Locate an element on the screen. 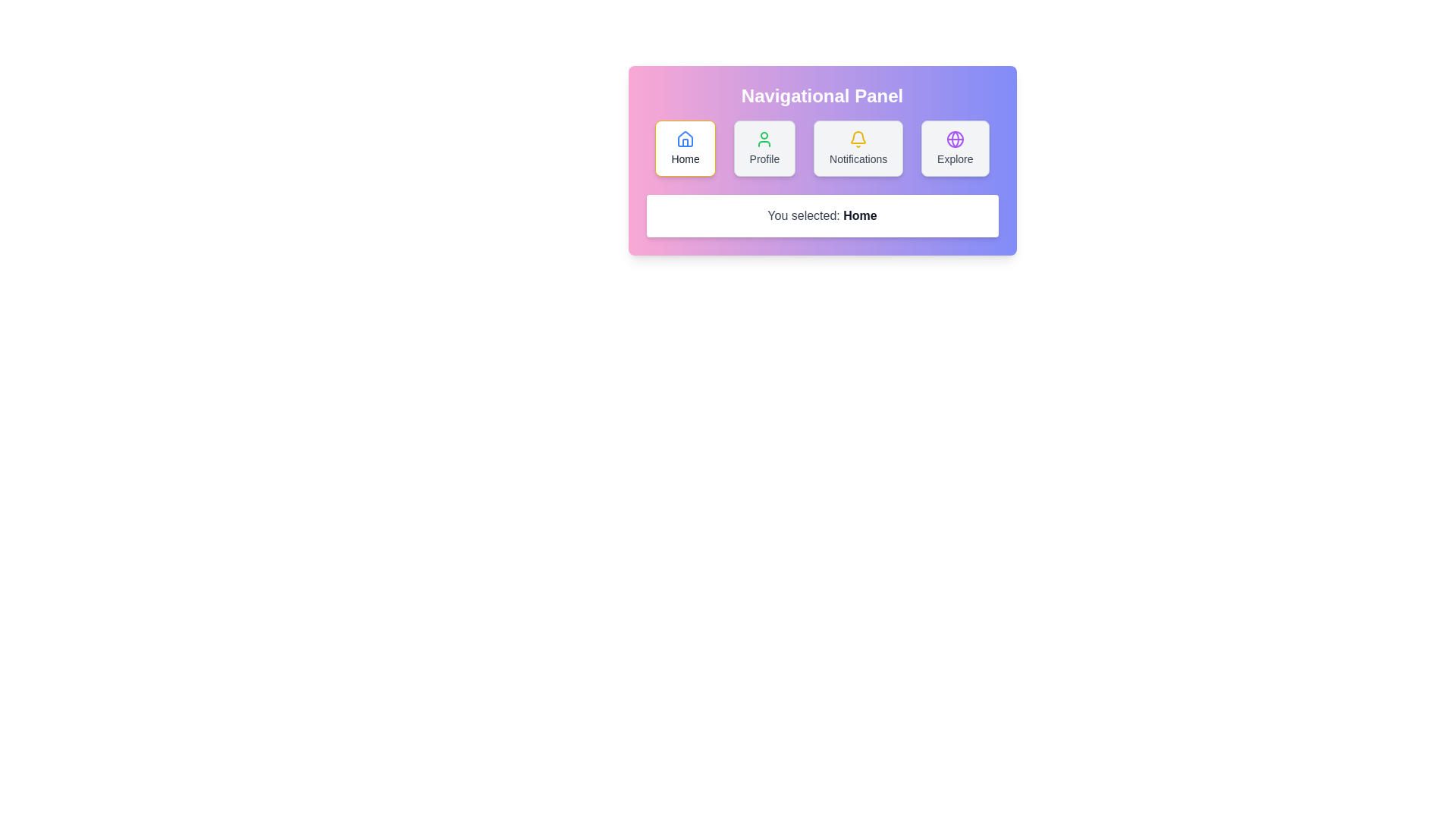 This screenshot has width=1456, height=819. the 'Explore' navigation icon, which is located at the top center of the 'Explore' button area, just above the label 'Explore' is located at coordinates (954, 140).